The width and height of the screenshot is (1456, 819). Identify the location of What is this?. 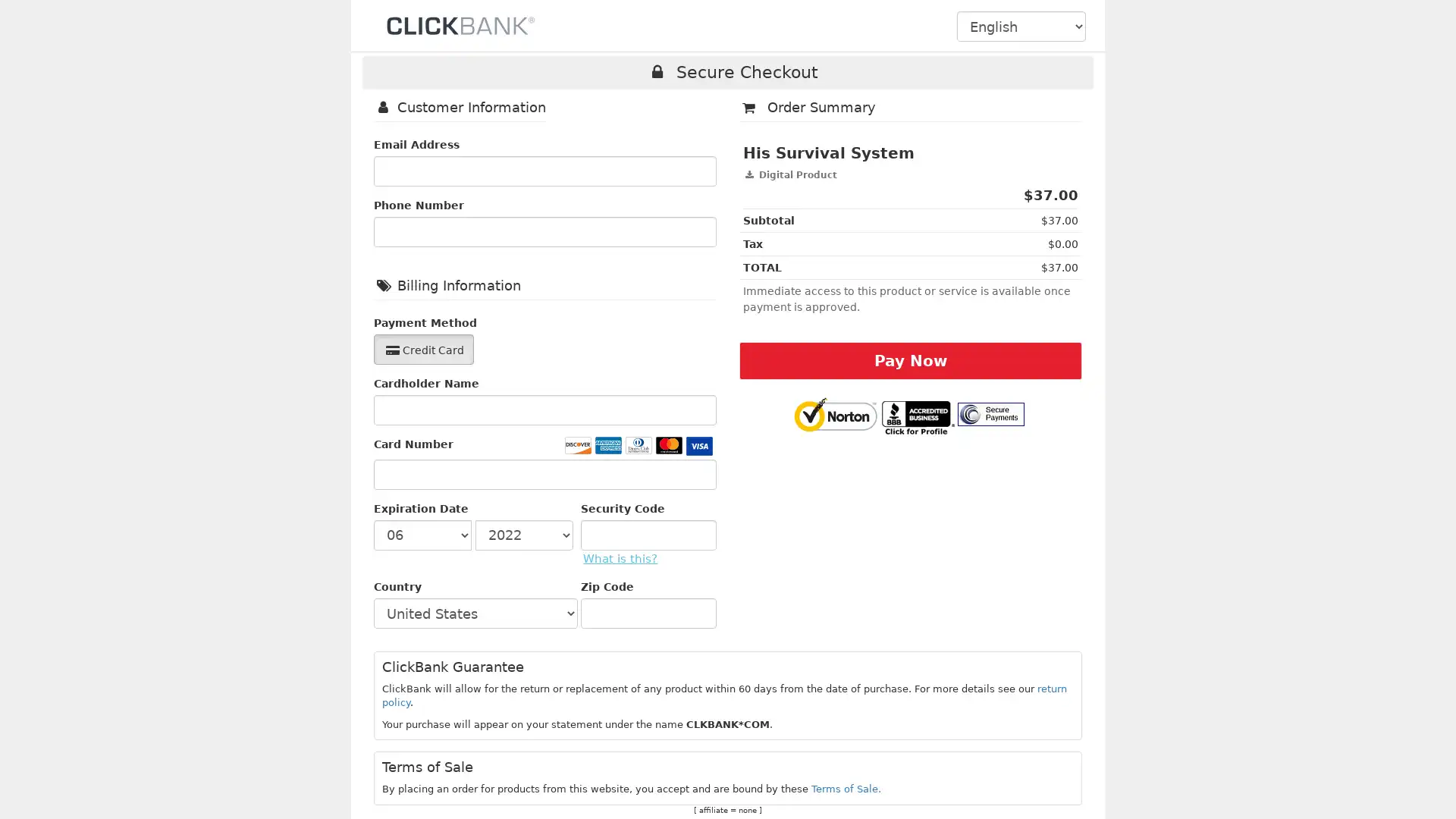
(620, 558).